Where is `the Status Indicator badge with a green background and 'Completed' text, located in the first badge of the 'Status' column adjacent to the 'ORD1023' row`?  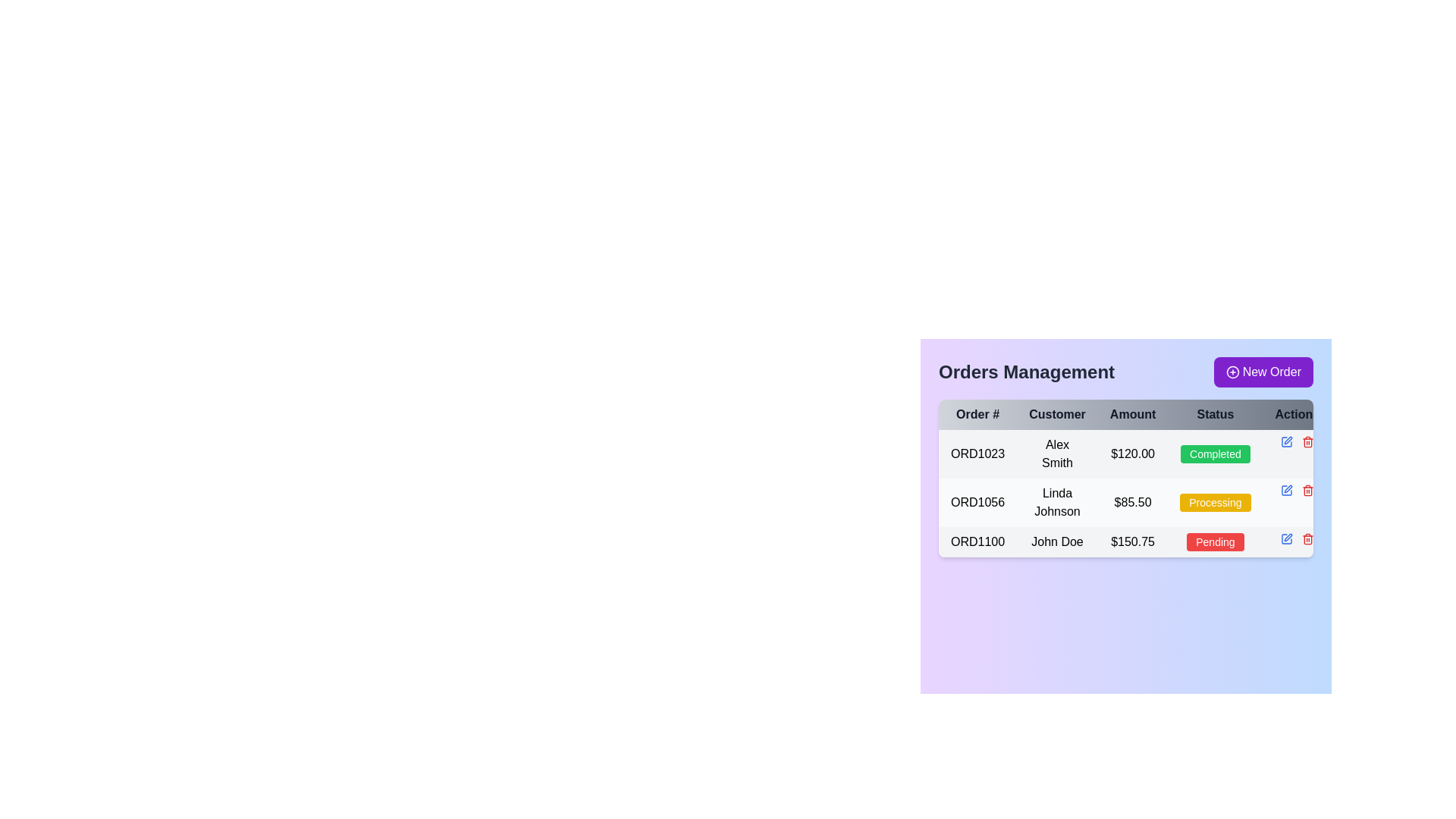
the Status Indicator badge with a green background and 'Completed' text, located in the first badge of the 'Status' column adjacent to the 'ORD1023' row is located at coordinates (1215, 453).